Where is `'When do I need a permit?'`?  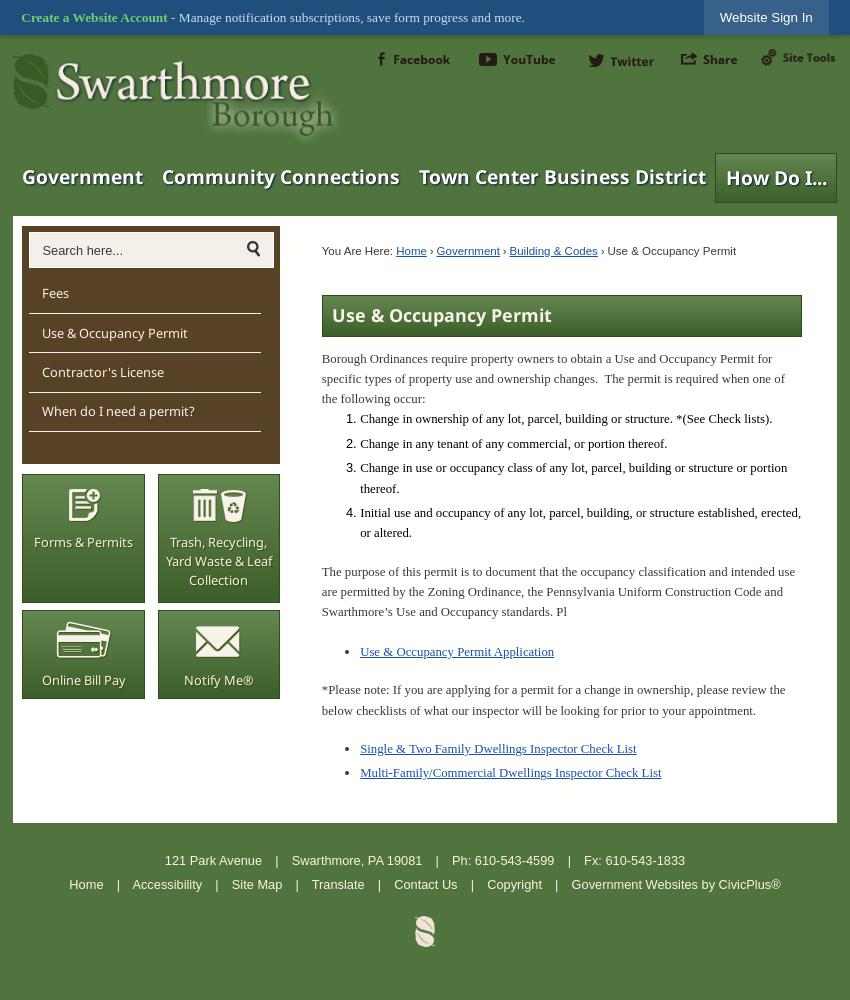
'When do I need a permit?' is located at coordinates (116, 411).